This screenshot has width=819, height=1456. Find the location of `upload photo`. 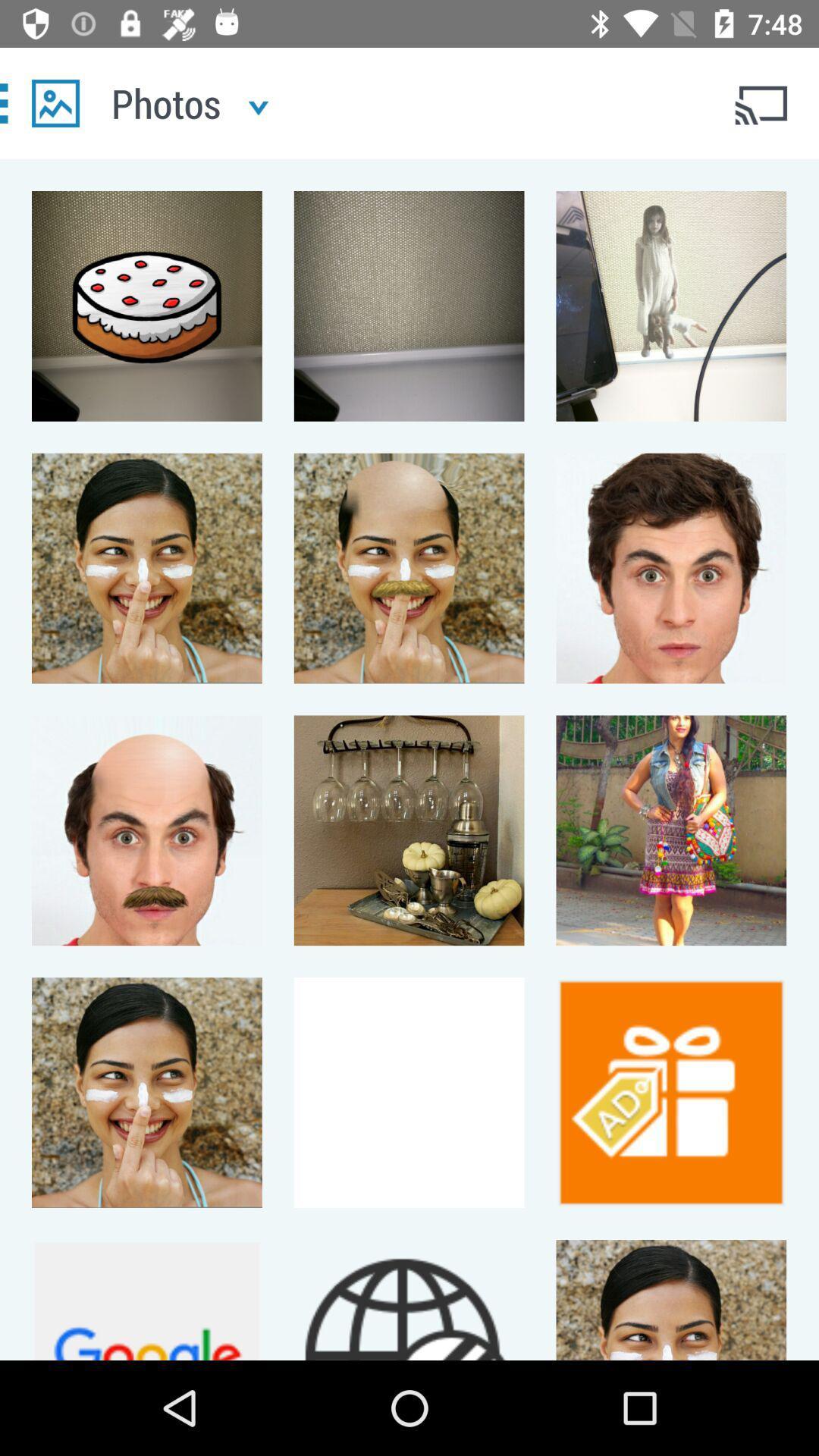

upload photo is located at coordinates (55, 102).